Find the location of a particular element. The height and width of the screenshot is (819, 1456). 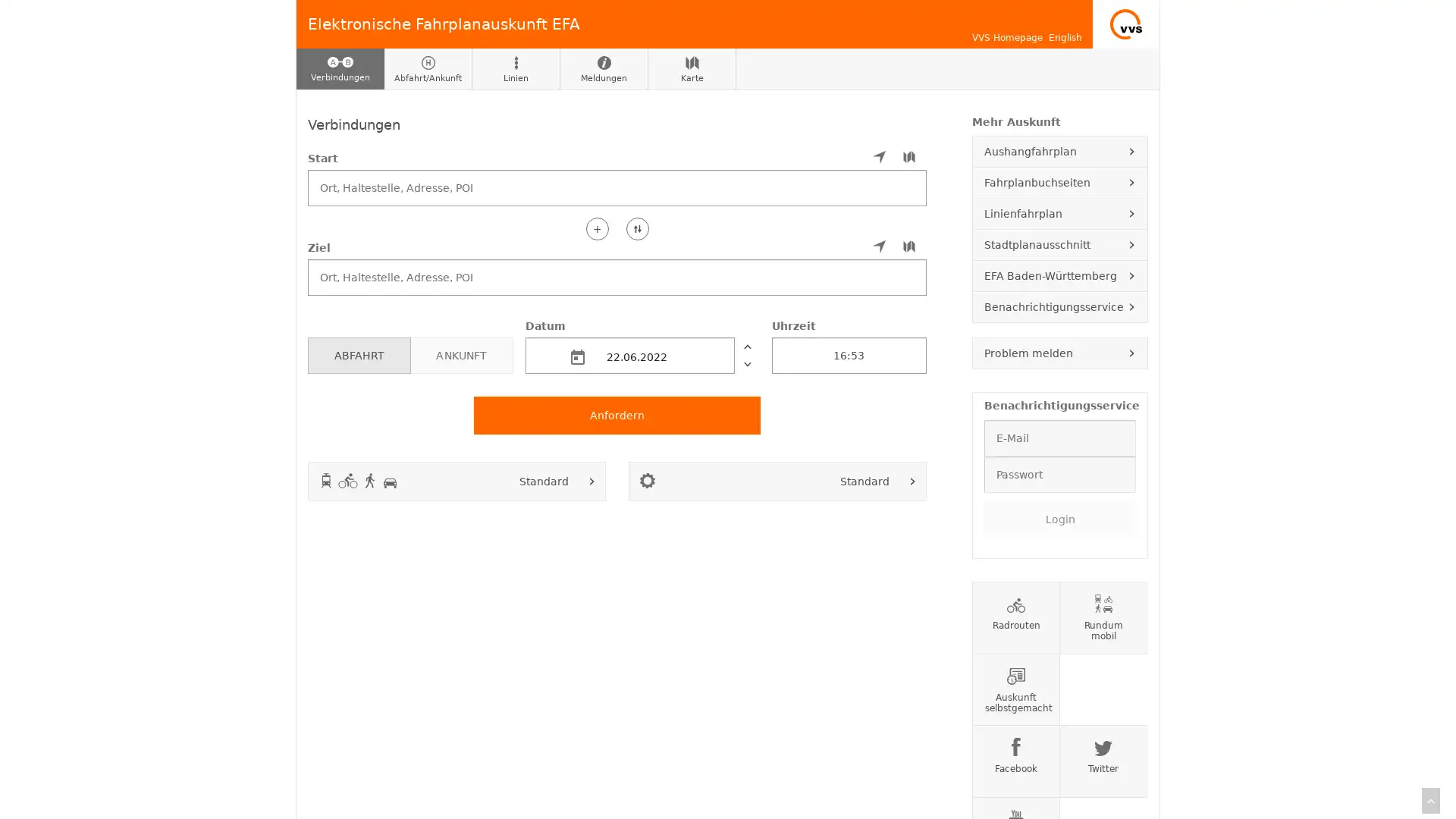

vorher is located at coordinates (746, 345).